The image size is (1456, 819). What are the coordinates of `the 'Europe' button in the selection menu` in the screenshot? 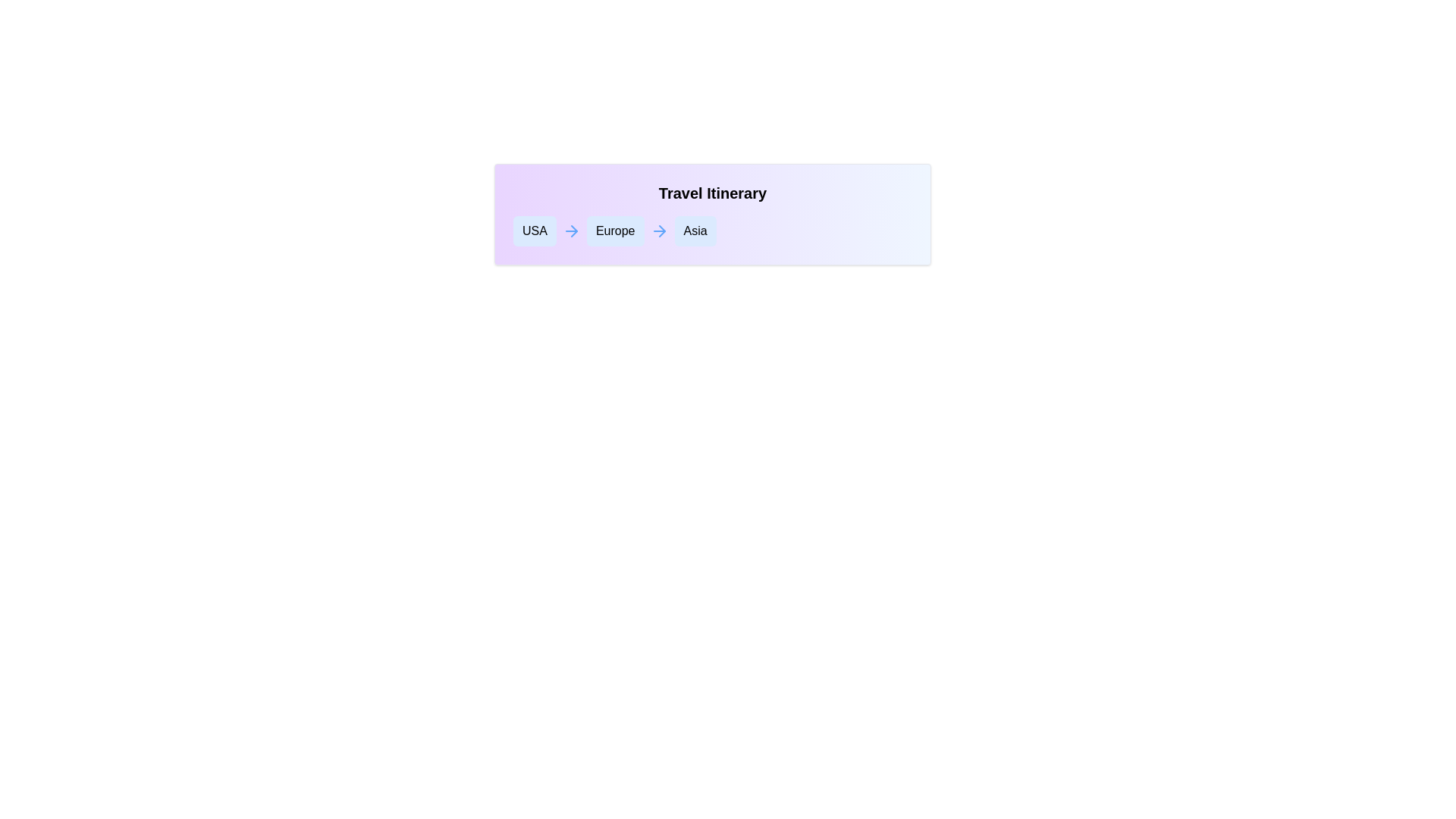 It's located at (615, 231).